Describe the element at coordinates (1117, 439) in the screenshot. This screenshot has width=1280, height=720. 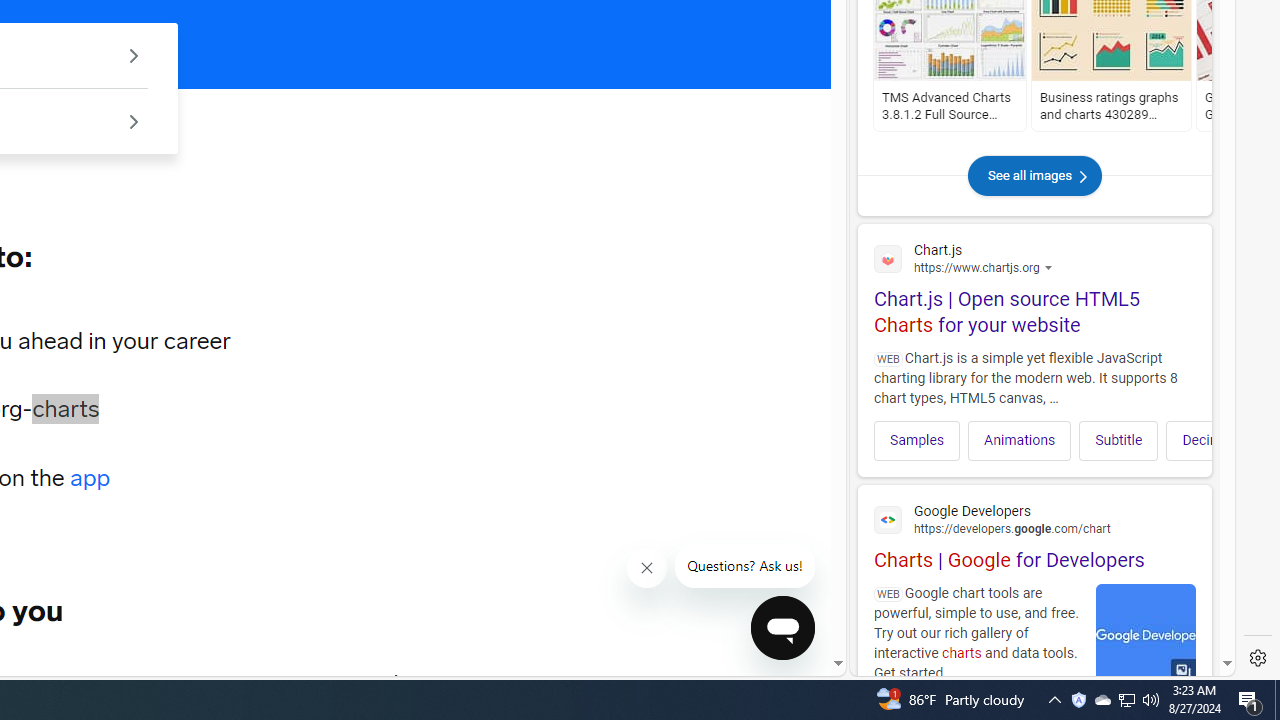
I see `'Subtitle'` at that location.